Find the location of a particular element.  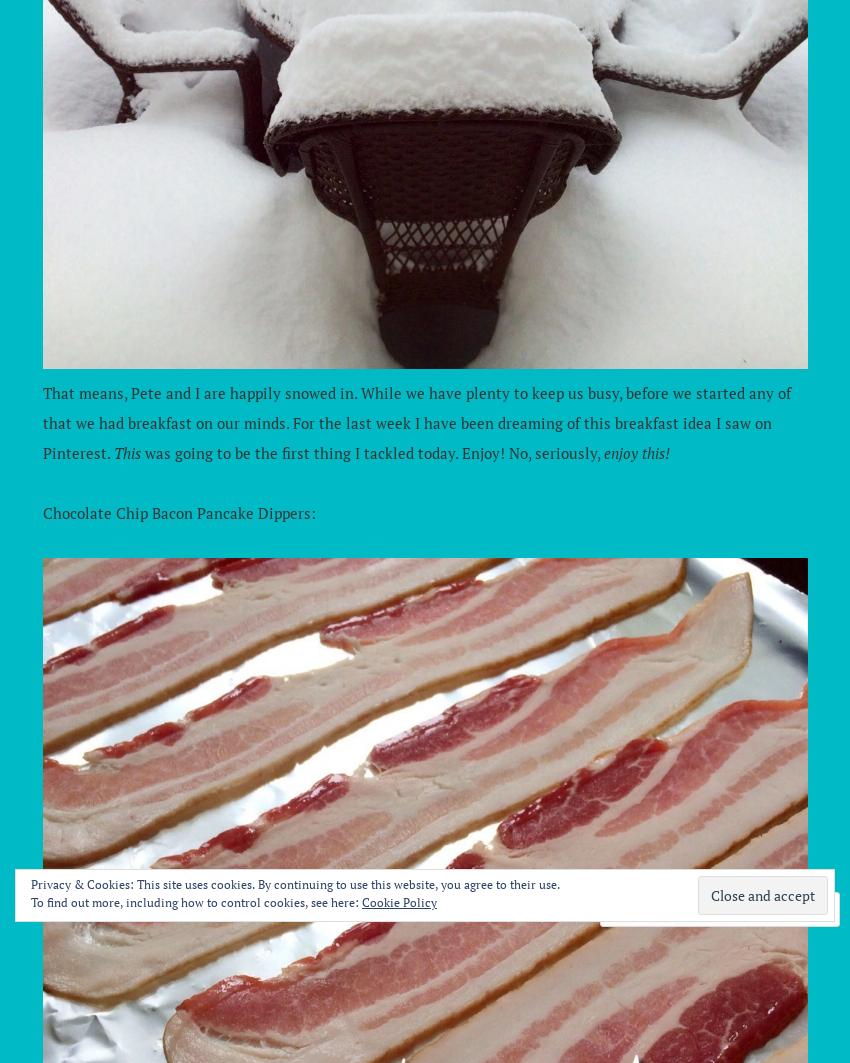

'enjoy this!' is located at coordinates (601, 453).